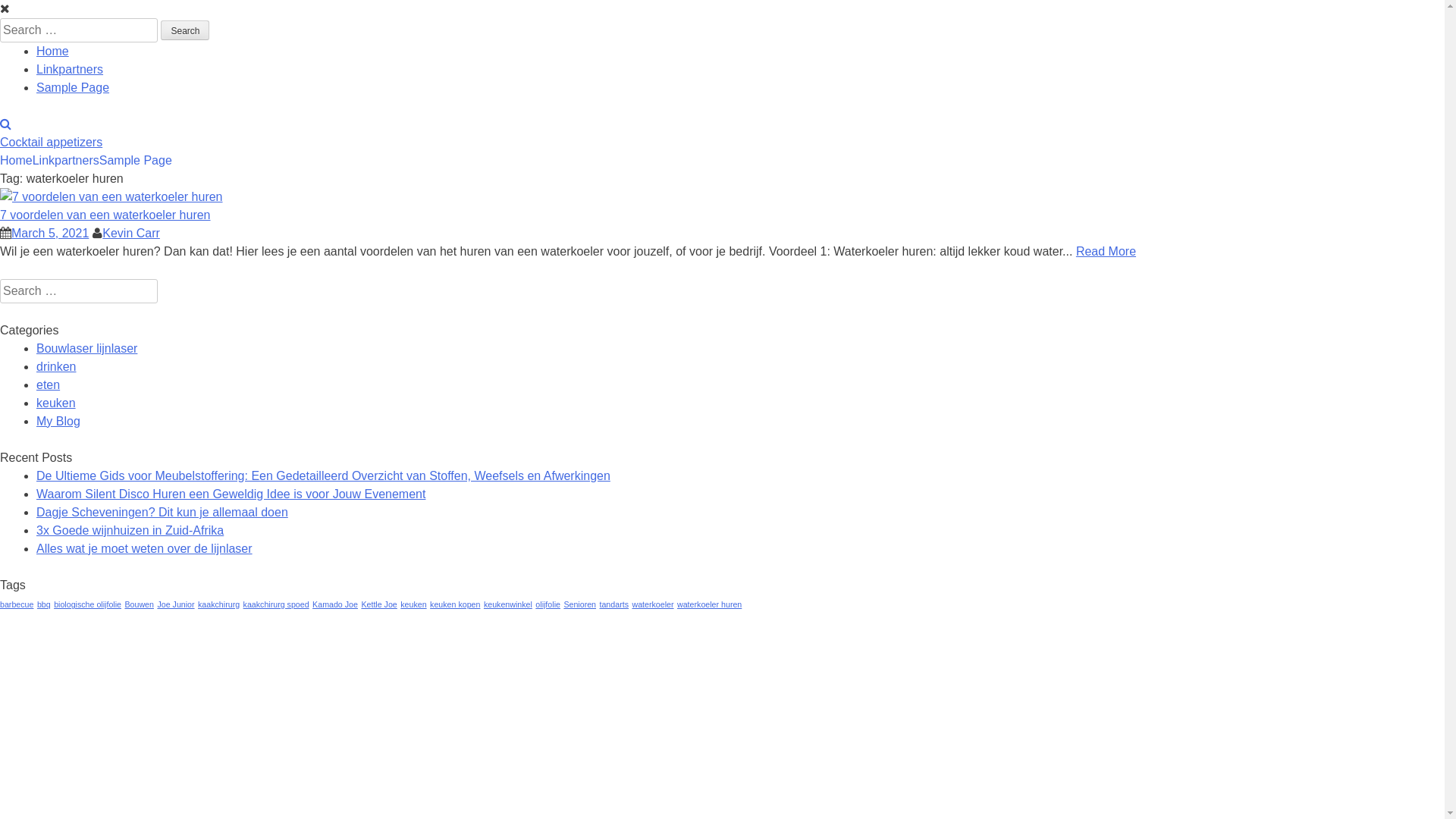  What do you see at coordinates (51, 142) in the screenshot?
I see `'Cocktail appetizers'` at bounding box center [51, 142].